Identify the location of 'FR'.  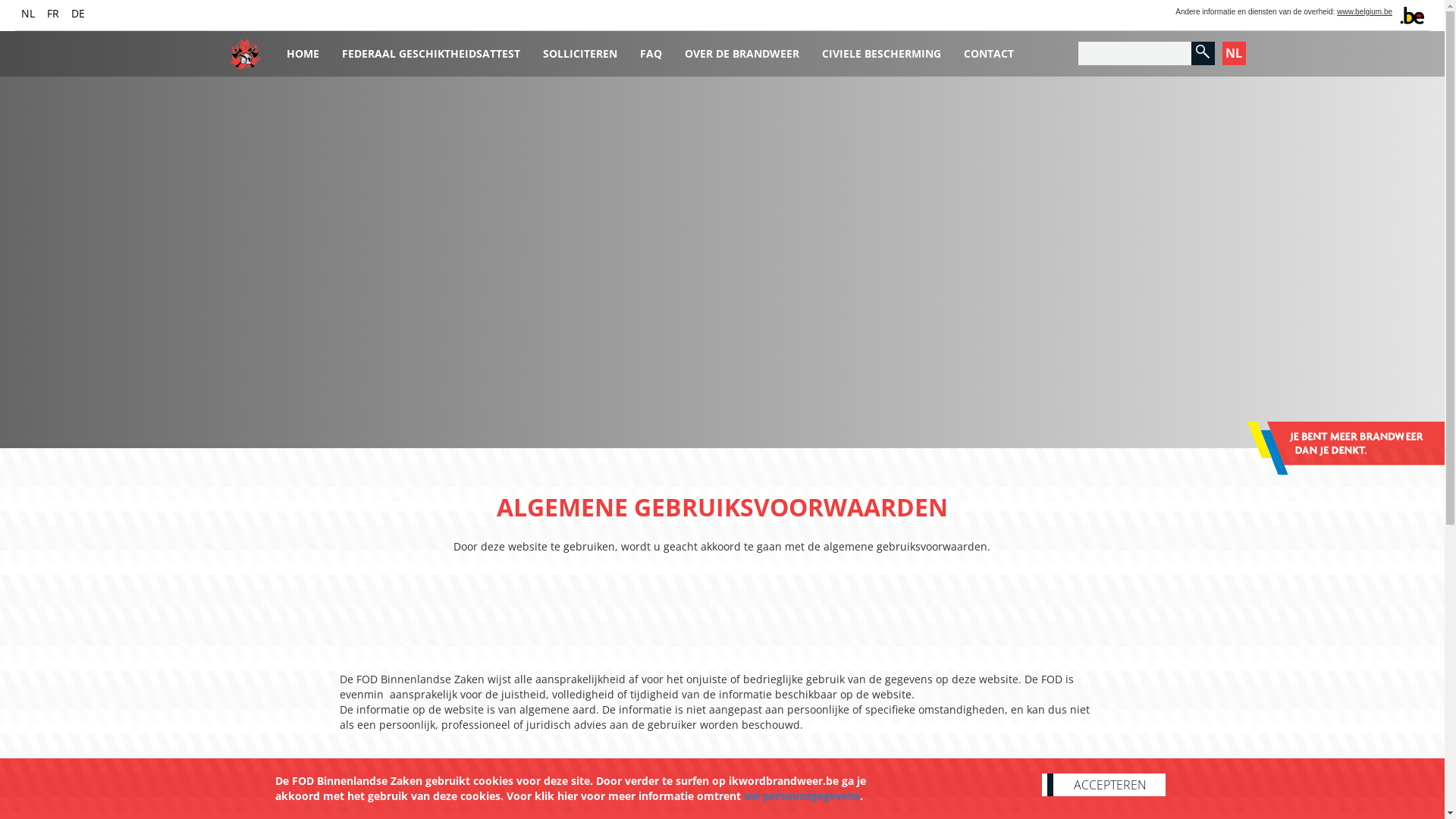
(53, 13).